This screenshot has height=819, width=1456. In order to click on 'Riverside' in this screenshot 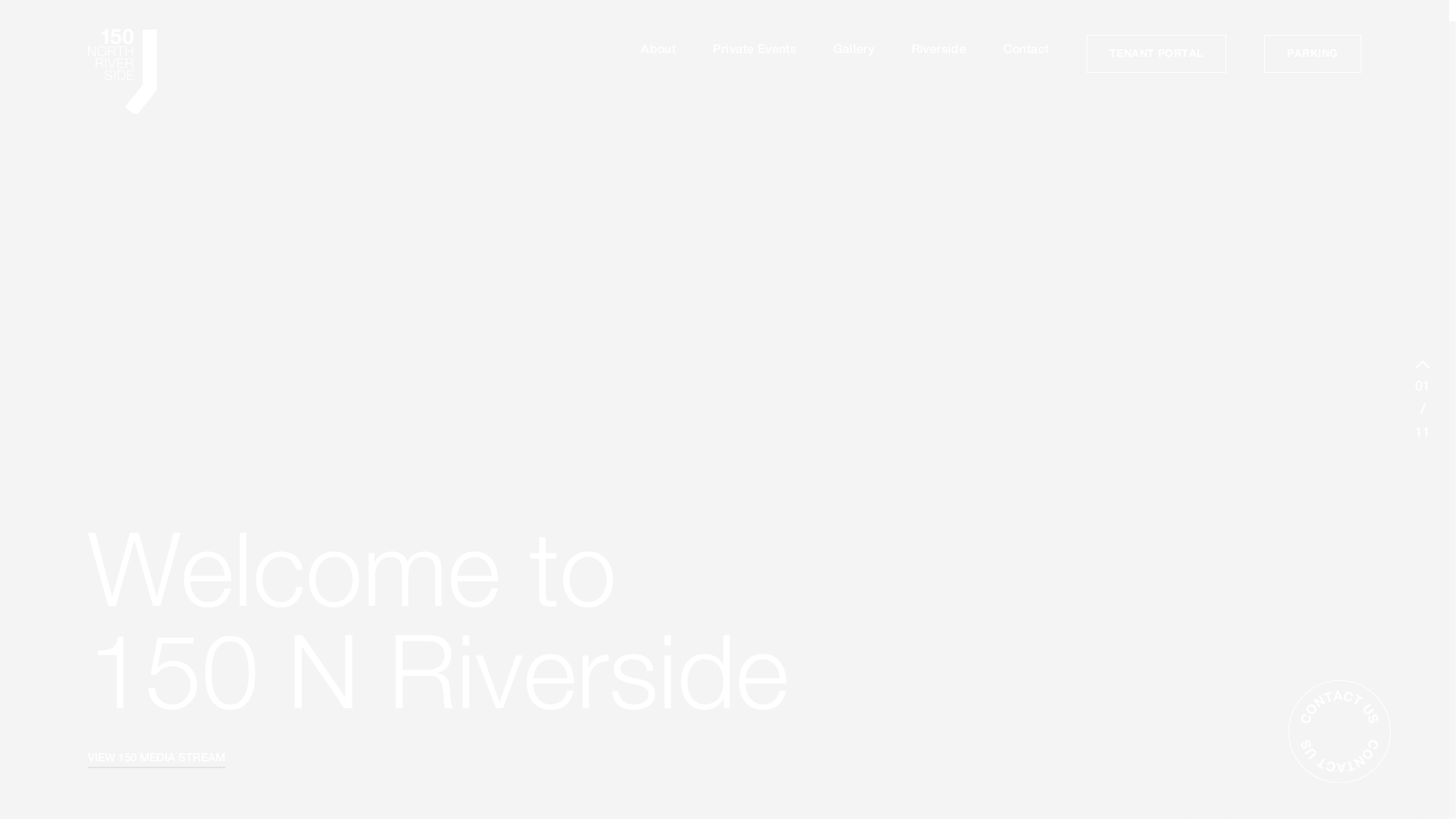, I will do `click(938, 49)`.